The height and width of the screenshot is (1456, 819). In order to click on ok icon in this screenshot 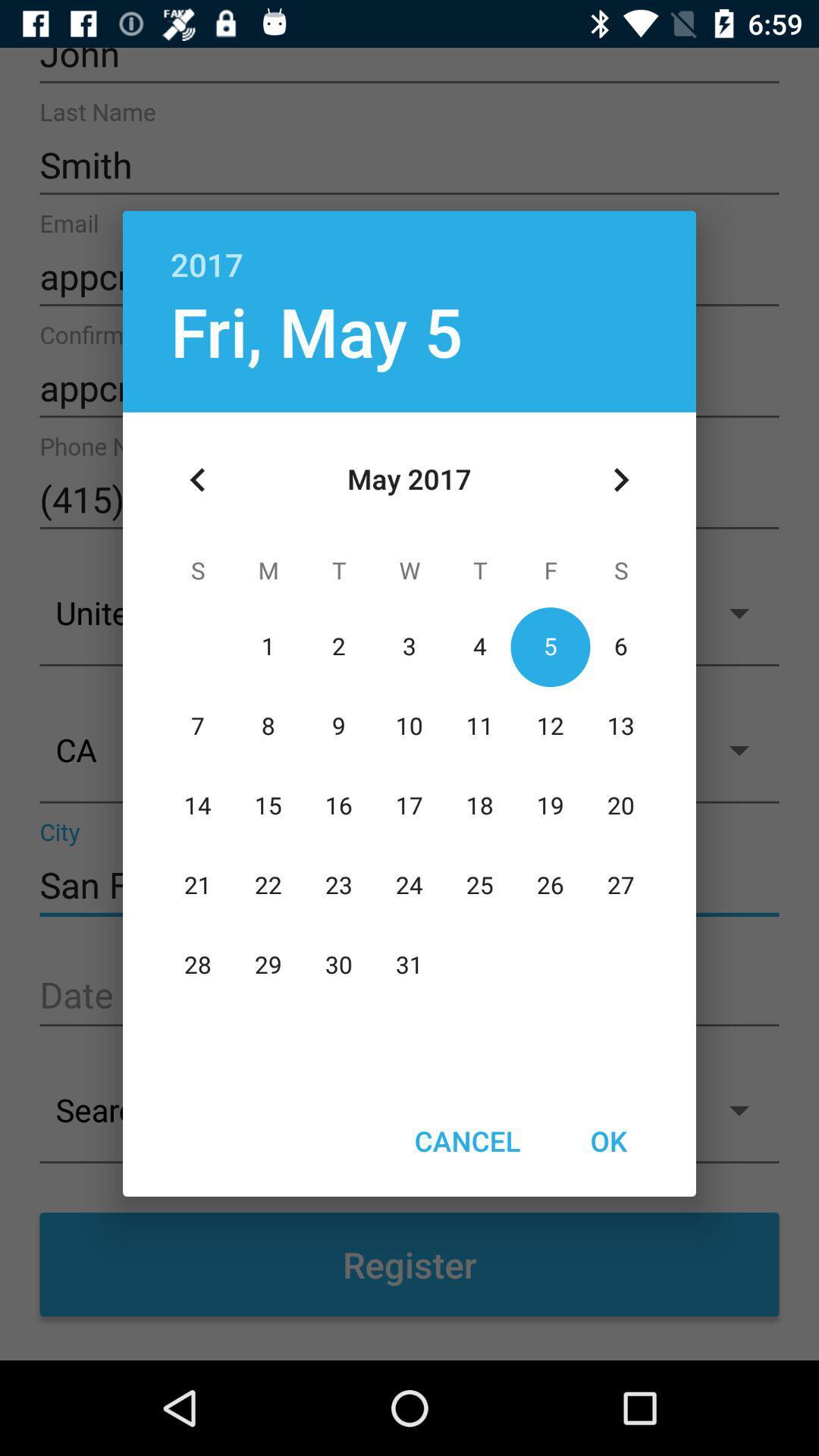, I will do `click(607, 1141)`.